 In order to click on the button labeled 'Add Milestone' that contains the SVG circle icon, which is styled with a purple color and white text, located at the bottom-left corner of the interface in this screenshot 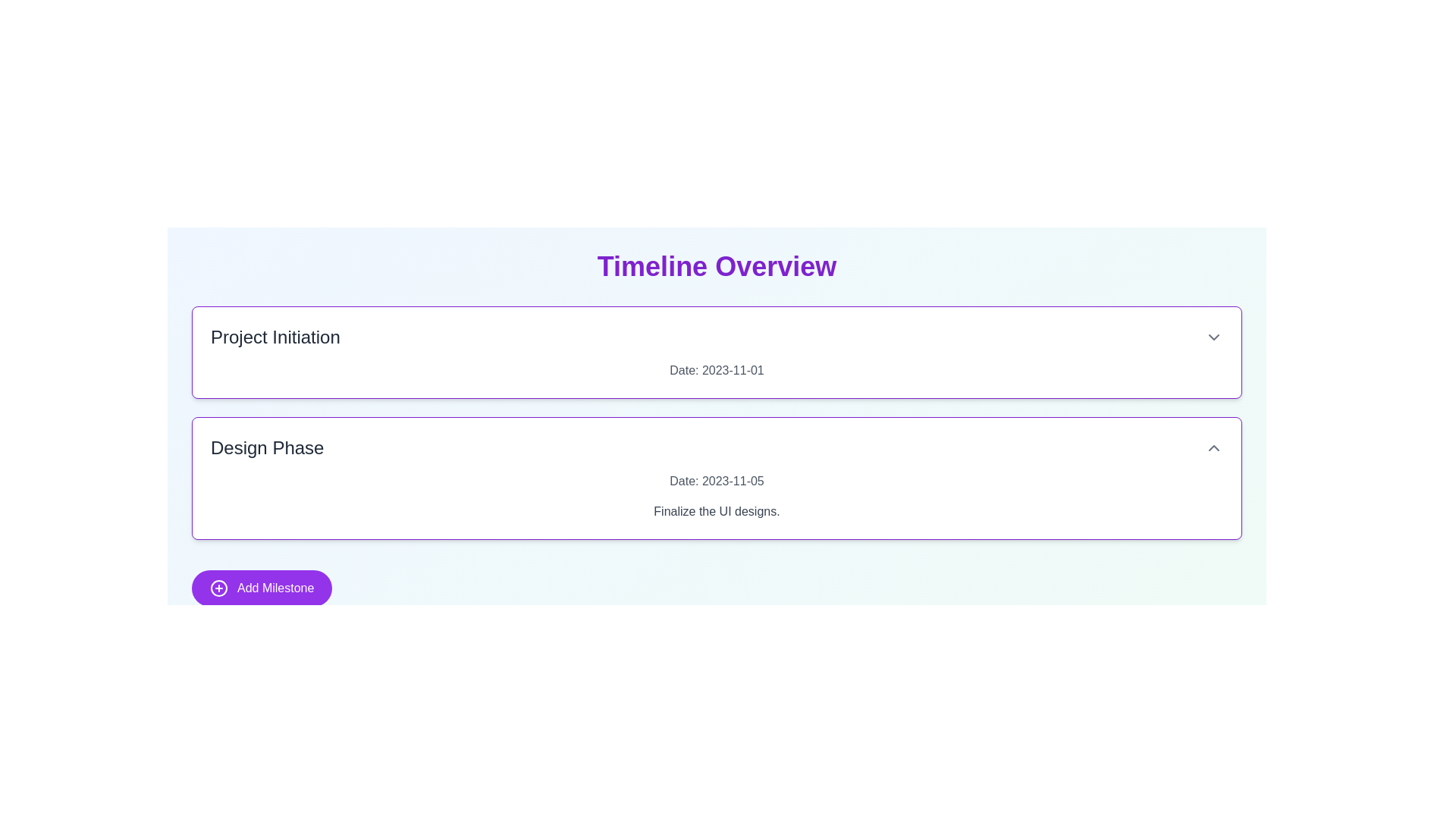, I will do `click(218, 587)`.